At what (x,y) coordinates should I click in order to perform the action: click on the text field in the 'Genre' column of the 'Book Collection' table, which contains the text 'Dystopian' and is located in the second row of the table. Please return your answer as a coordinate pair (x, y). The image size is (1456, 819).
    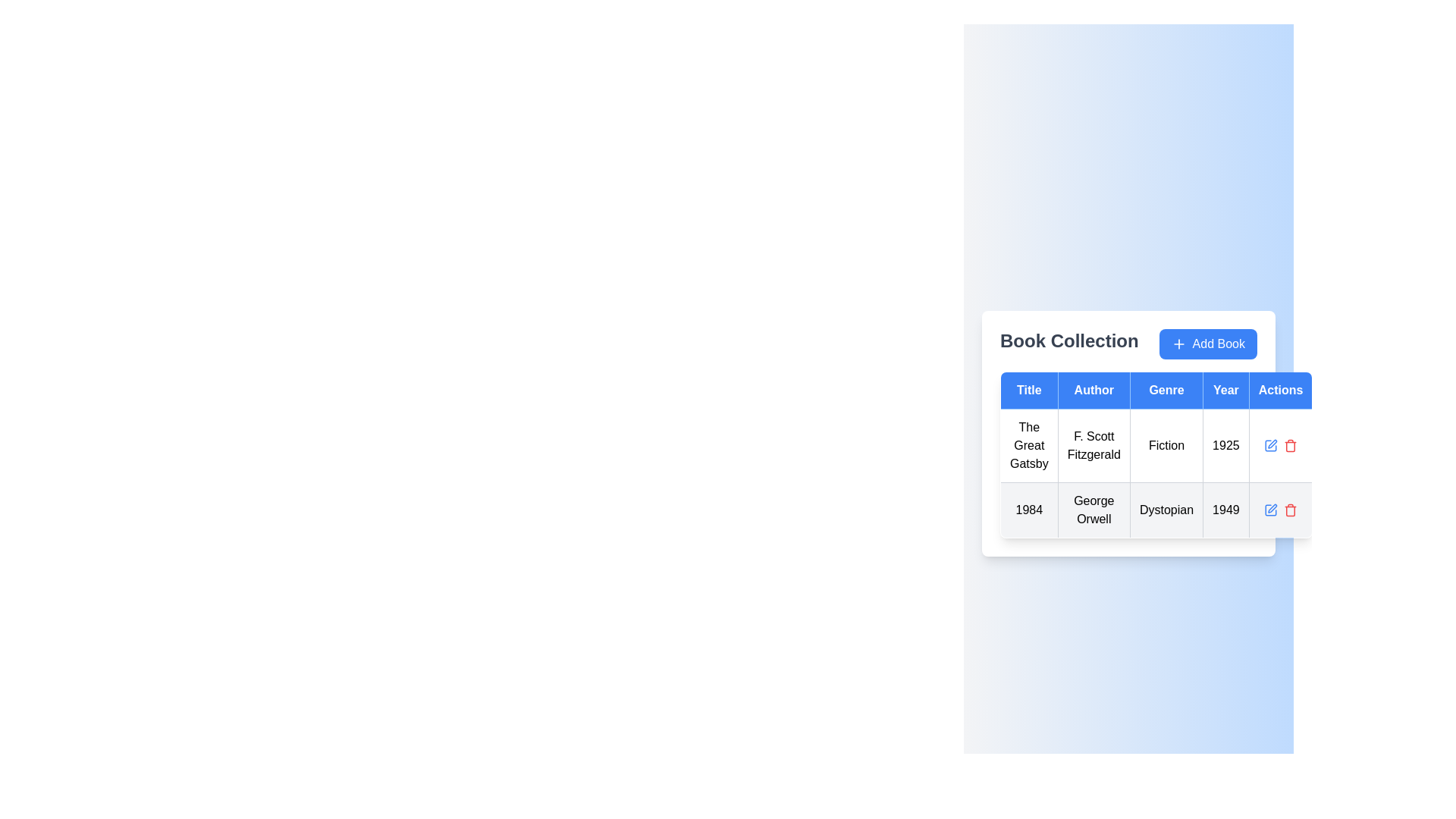
    Looking at the image, I should click on (1166, 510).